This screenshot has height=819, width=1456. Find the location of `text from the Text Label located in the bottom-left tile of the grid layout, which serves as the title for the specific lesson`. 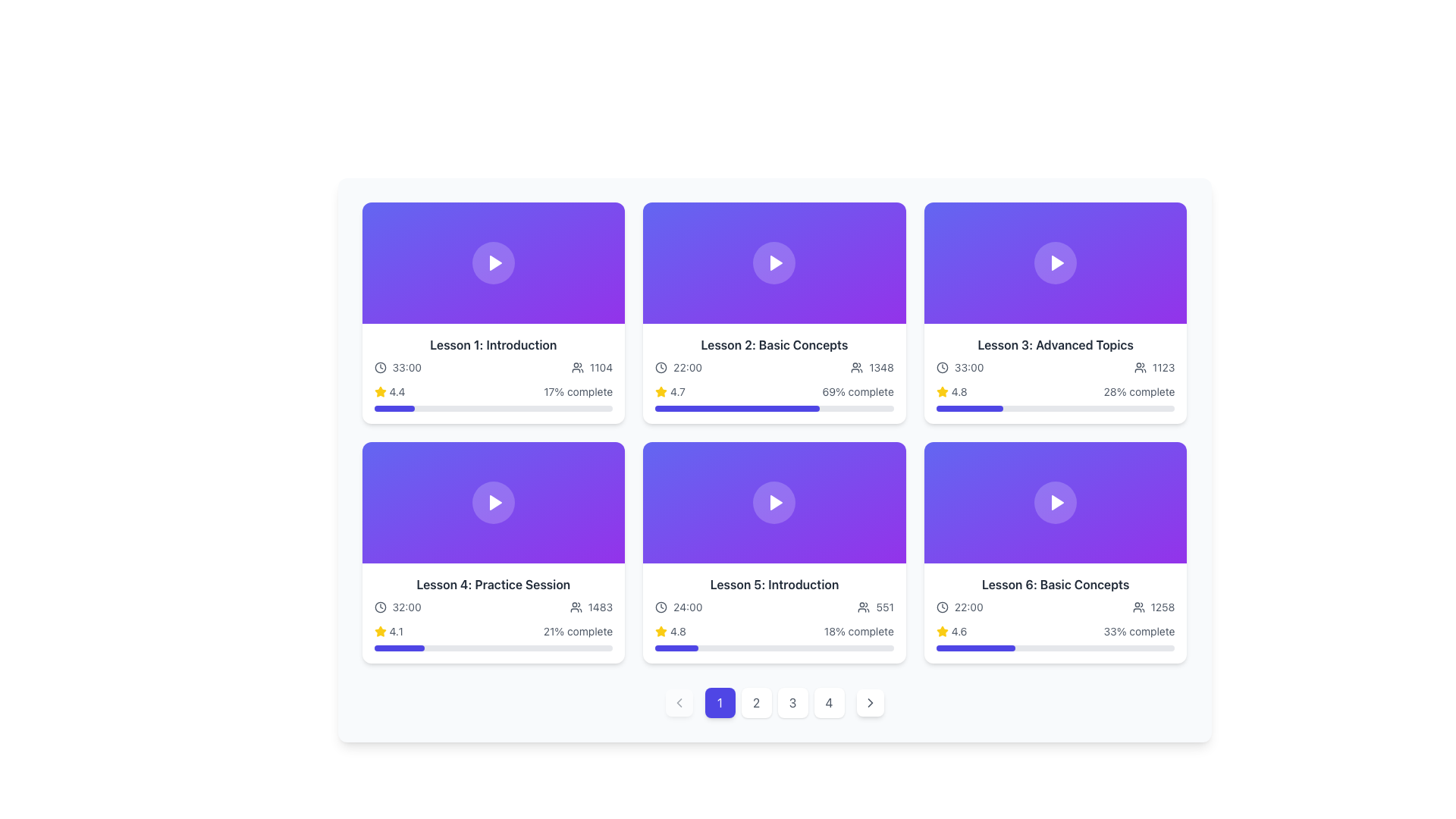

text from the Text Label located in the bottom-left tile of the grid layout, which serves as the title for the specific lesson is located at coordinates (774, 584).